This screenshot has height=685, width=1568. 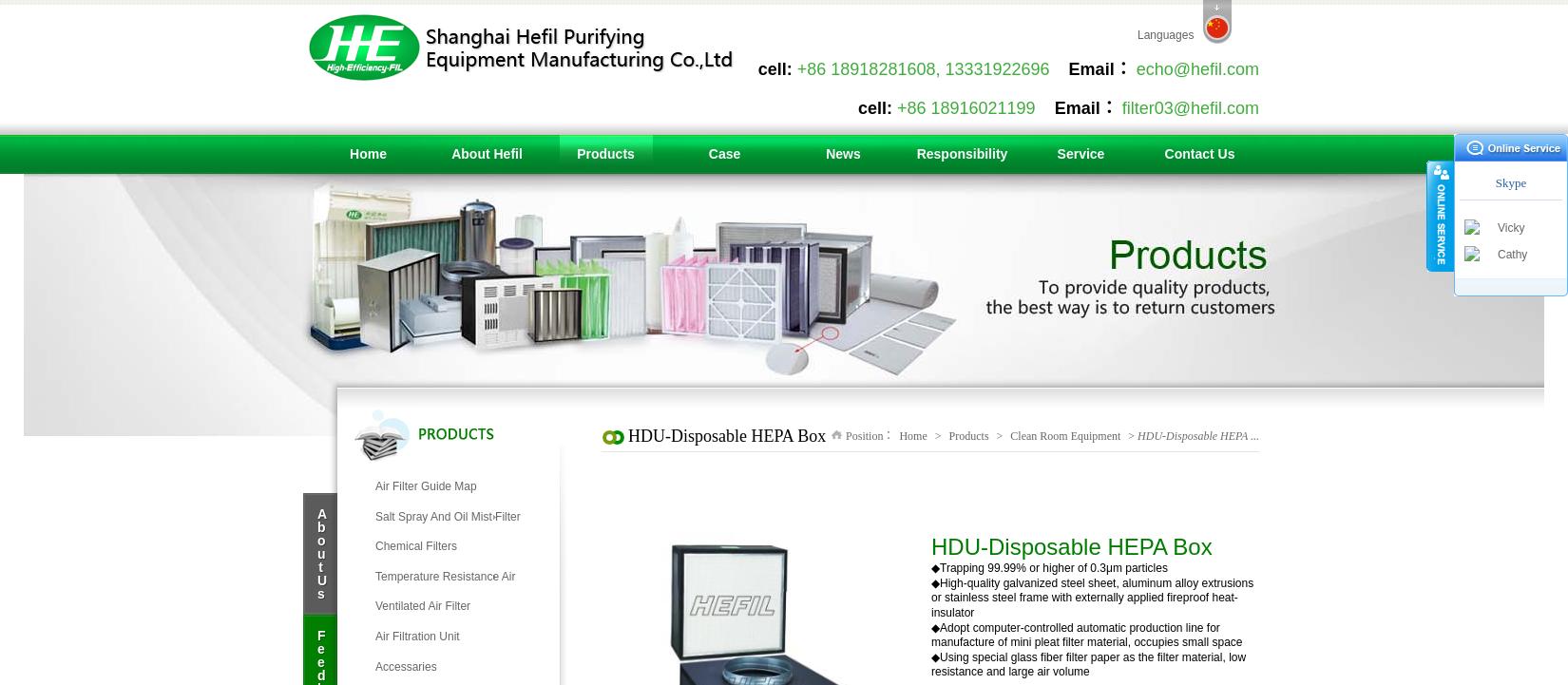 I want to click on '◆Adopt computer-controlled automatic production line for manufacture of mini pleat filter material, occupies small space', so click(x=1086, y=635).